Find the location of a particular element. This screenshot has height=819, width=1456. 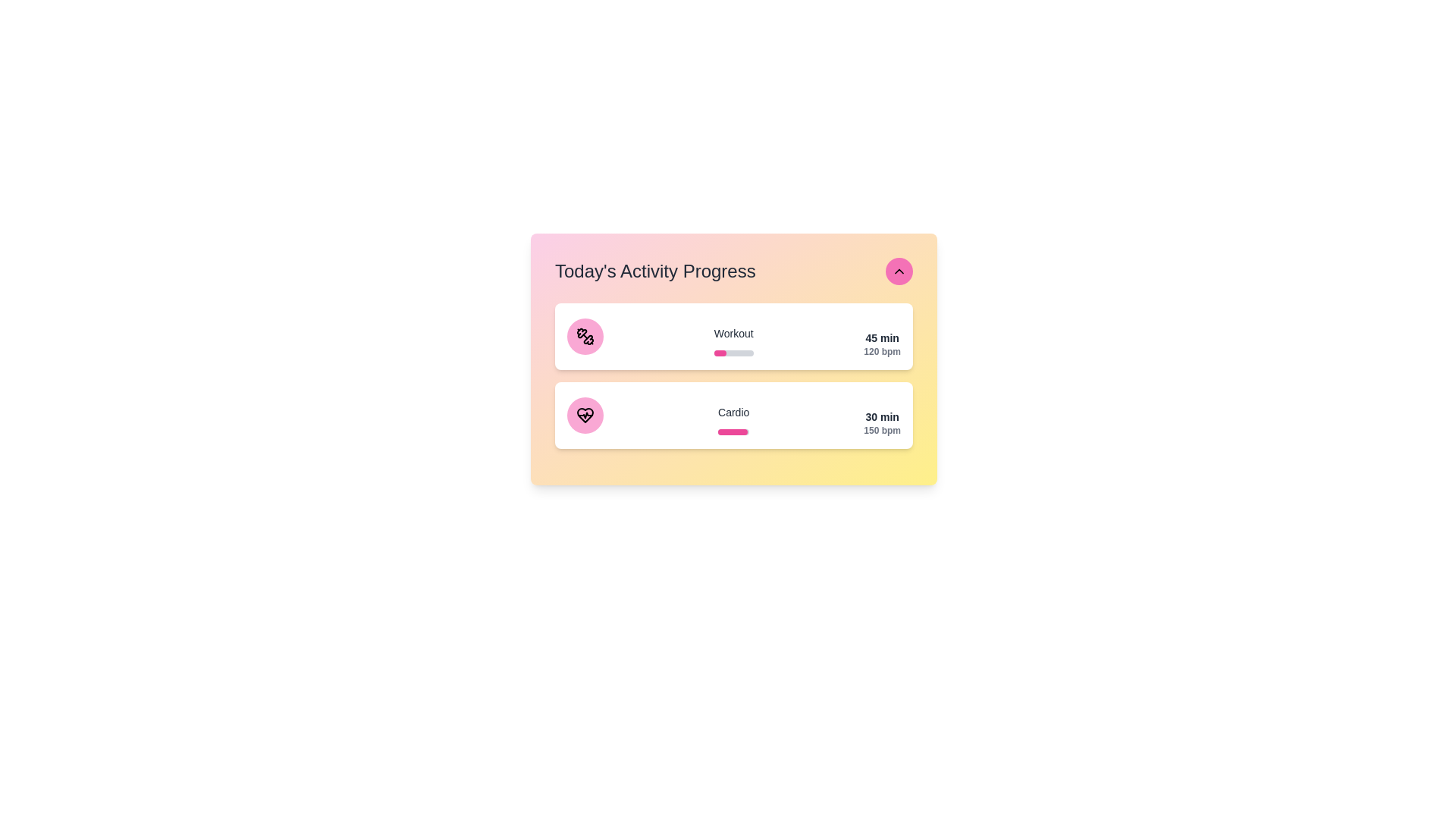

the workout activity icon located in the top-left corner of the first row within the 'Today's Activity Progress' section, to the left of the 'Workout' text is located at coordinates (585, 335).